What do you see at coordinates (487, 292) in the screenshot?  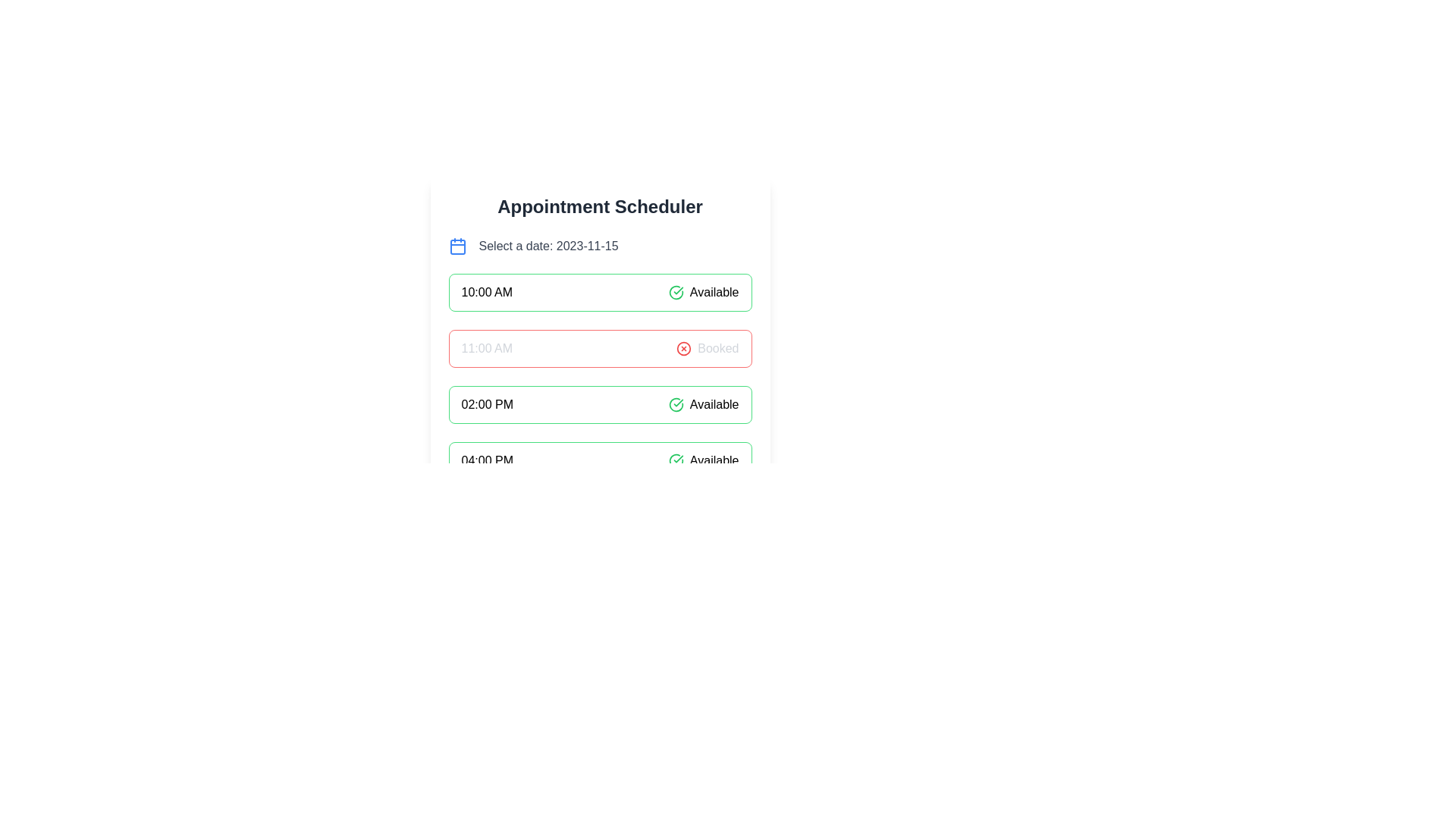 I see `the text label displaying '10:00 AM' in bold font located in the schedule interface, which indicates availability` at bounding box center [487, 292].